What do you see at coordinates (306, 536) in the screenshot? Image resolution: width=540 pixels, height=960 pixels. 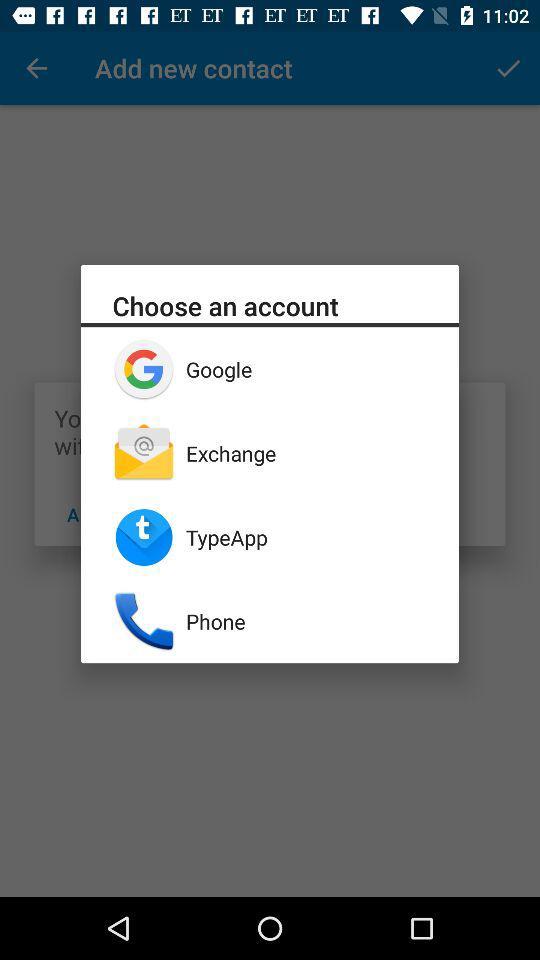 I see `typeapp item` at bounding box center [306, 536].